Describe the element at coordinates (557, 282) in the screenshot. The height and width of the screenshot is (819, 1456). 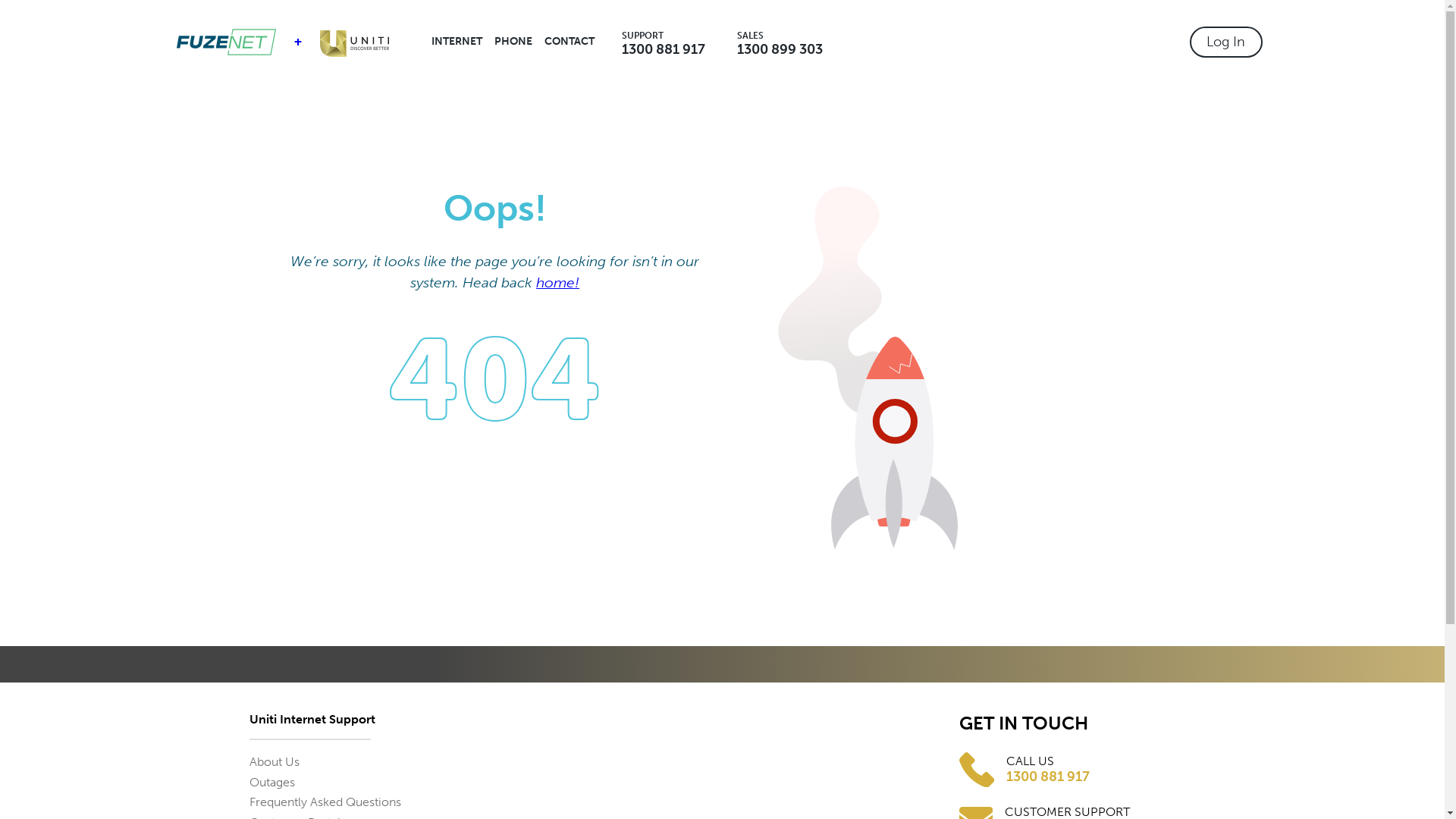
I see `'home!'` at that location.